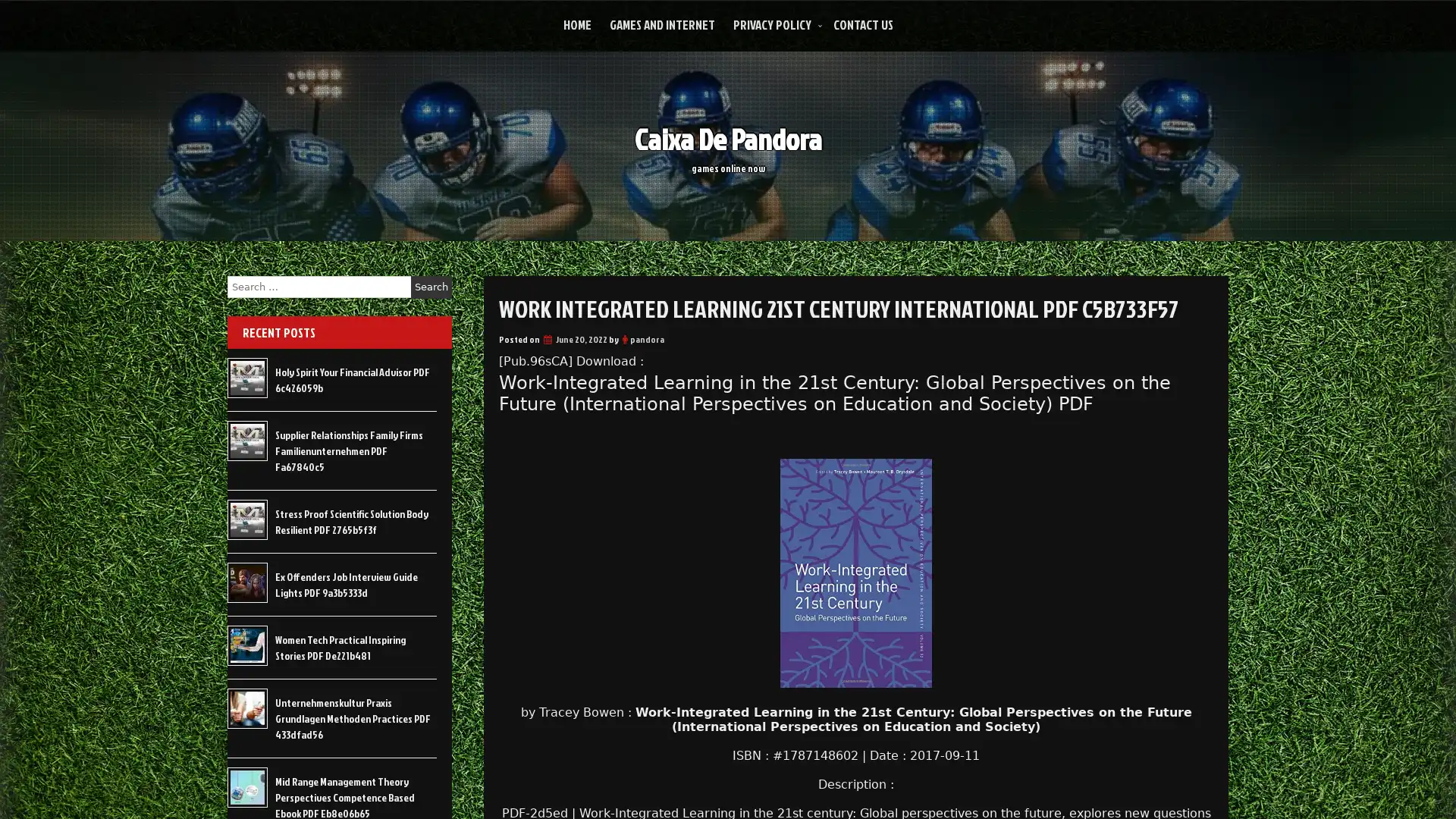  I want to click on Search, so click(431, 287).